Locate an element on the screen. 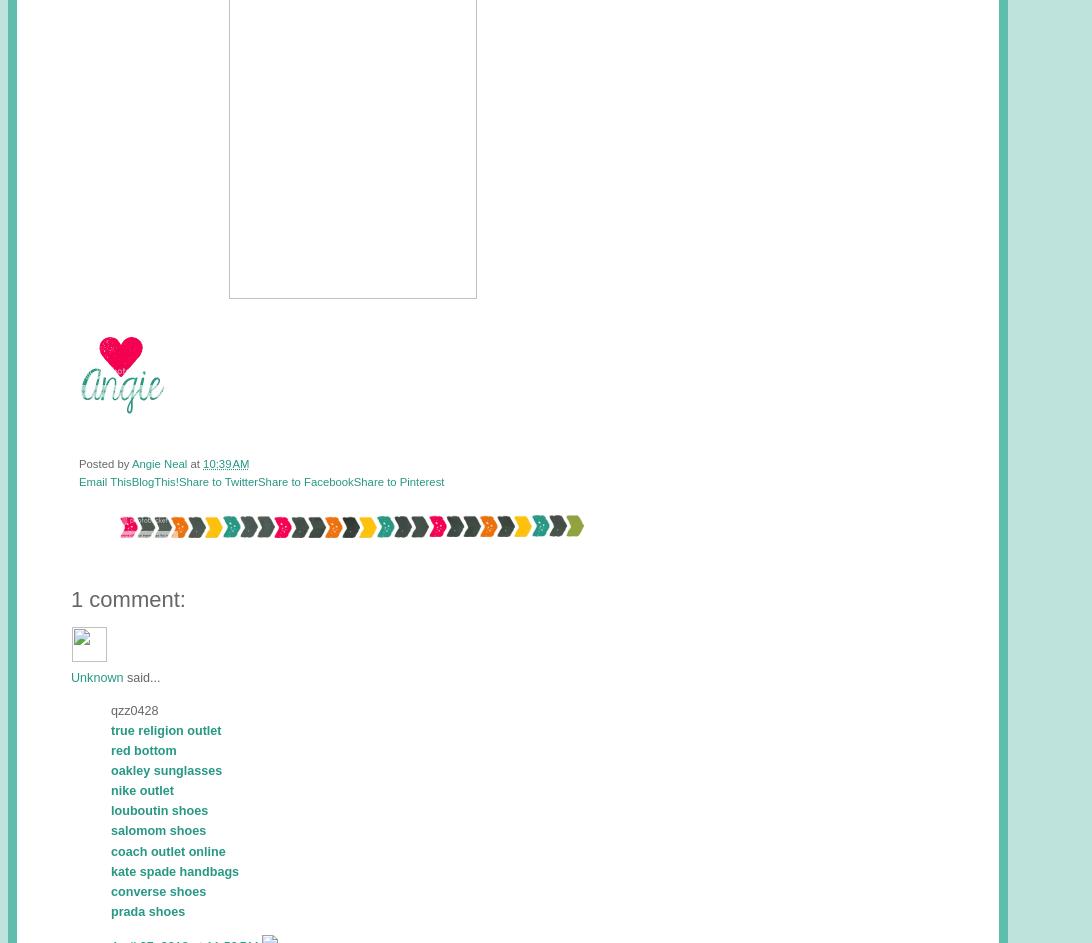  'converse shoes' is located at coordinates (158, 891).